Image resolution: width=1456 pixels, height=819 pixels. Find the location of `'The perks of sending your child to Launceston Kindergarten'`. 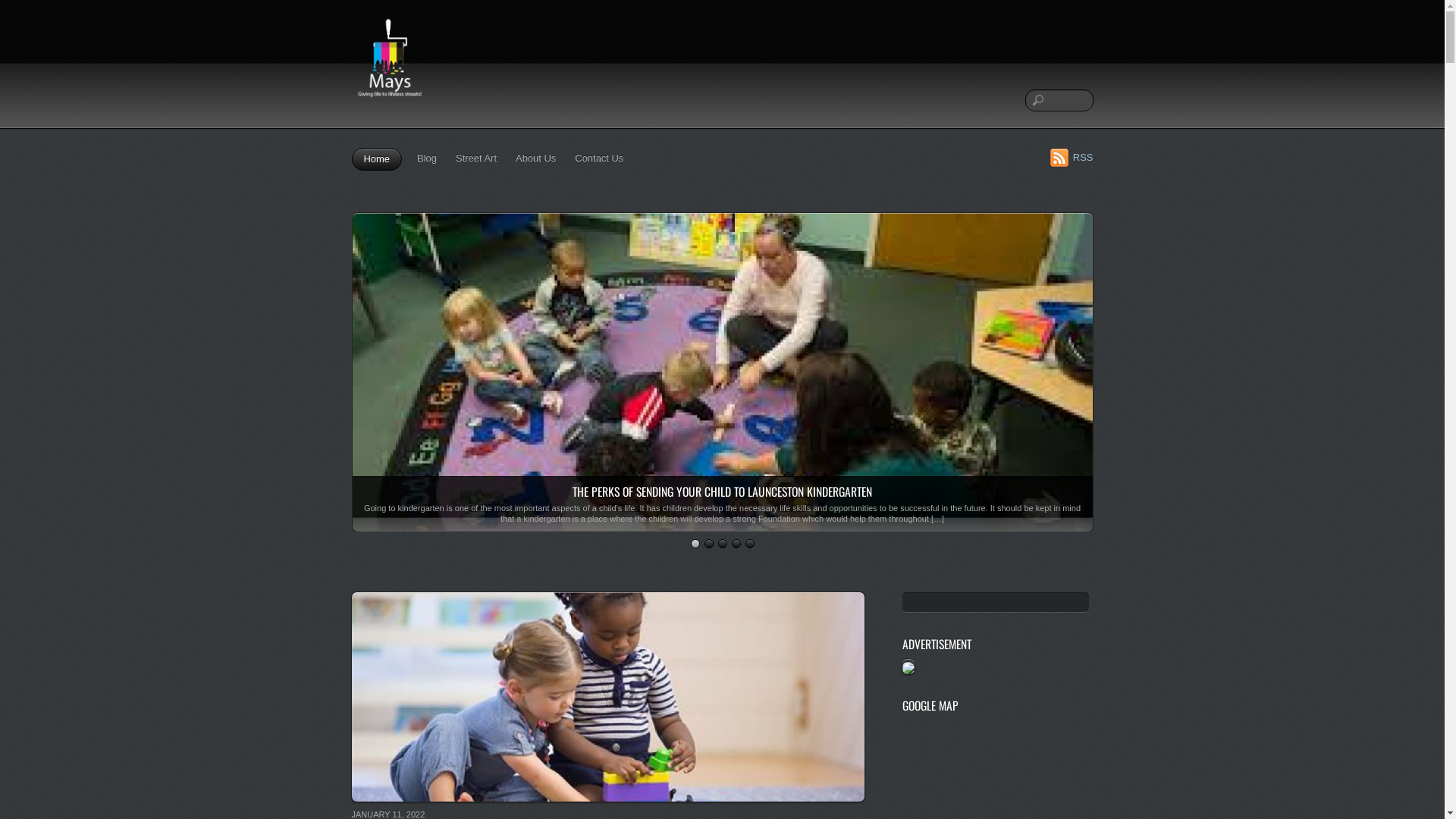

'The perks of sending your child to Launceston Kindergarten' is located at coordinates (720, 522).